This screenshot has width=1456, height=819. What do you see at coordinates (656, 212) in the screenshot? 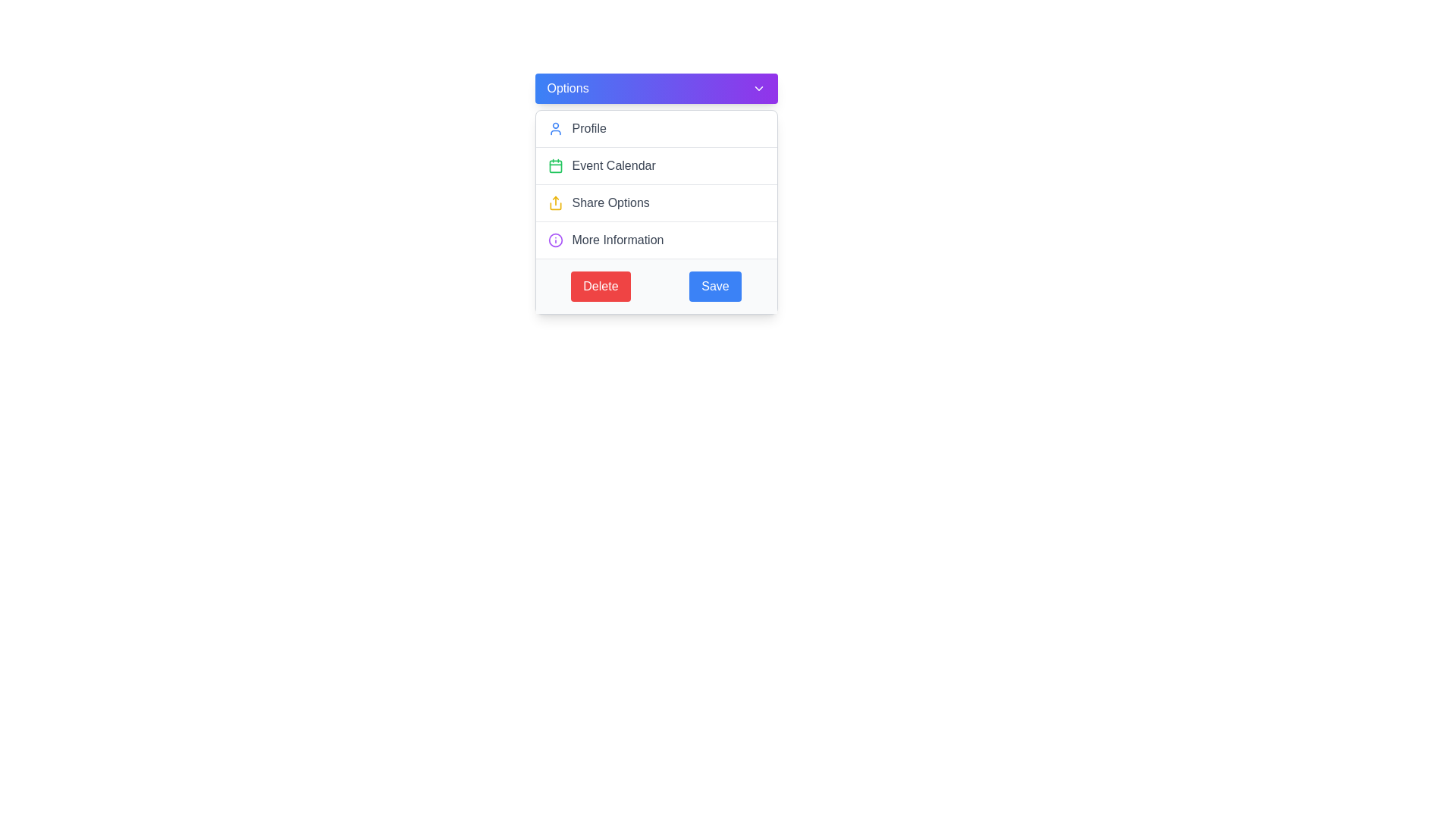
I see `the third item in the dropdown menu that allows the user to share resources, located below the 'Options' button with a purple and blue gradient` at bounding box center [656, 212].